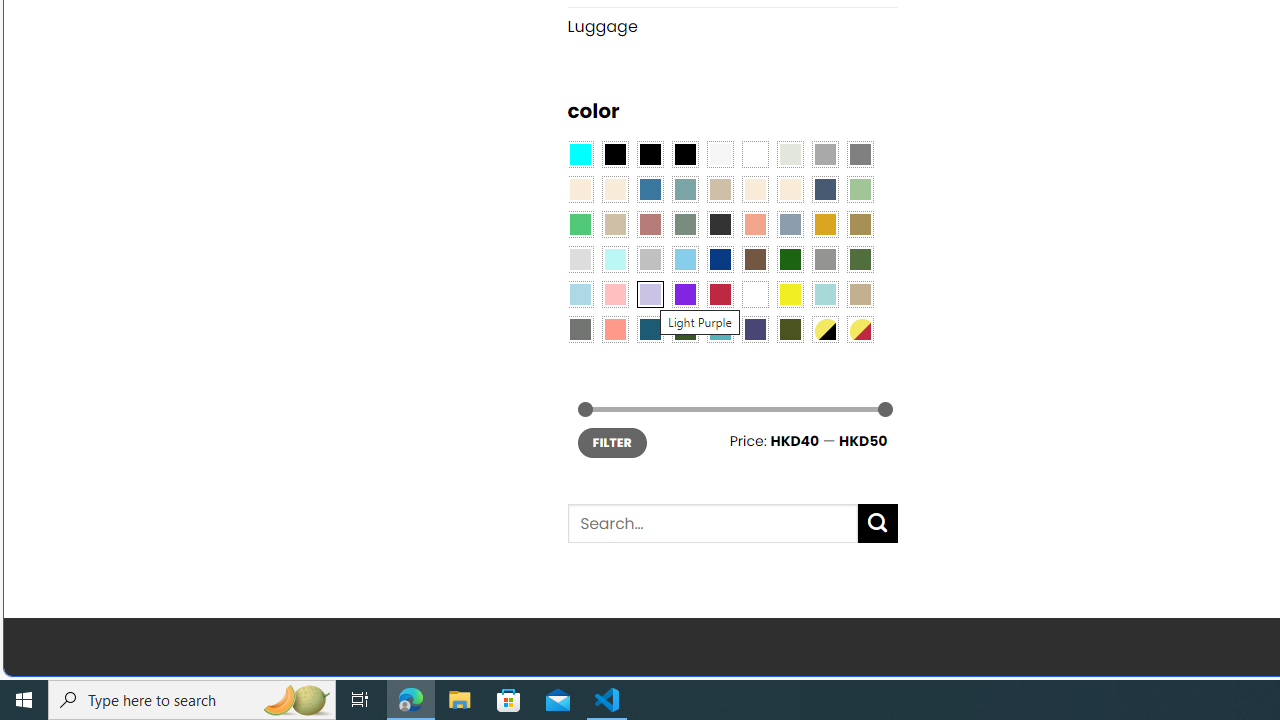 The width and height of the screenshot is (1280, 720). I want to click on 'Black', so click(650, 153).